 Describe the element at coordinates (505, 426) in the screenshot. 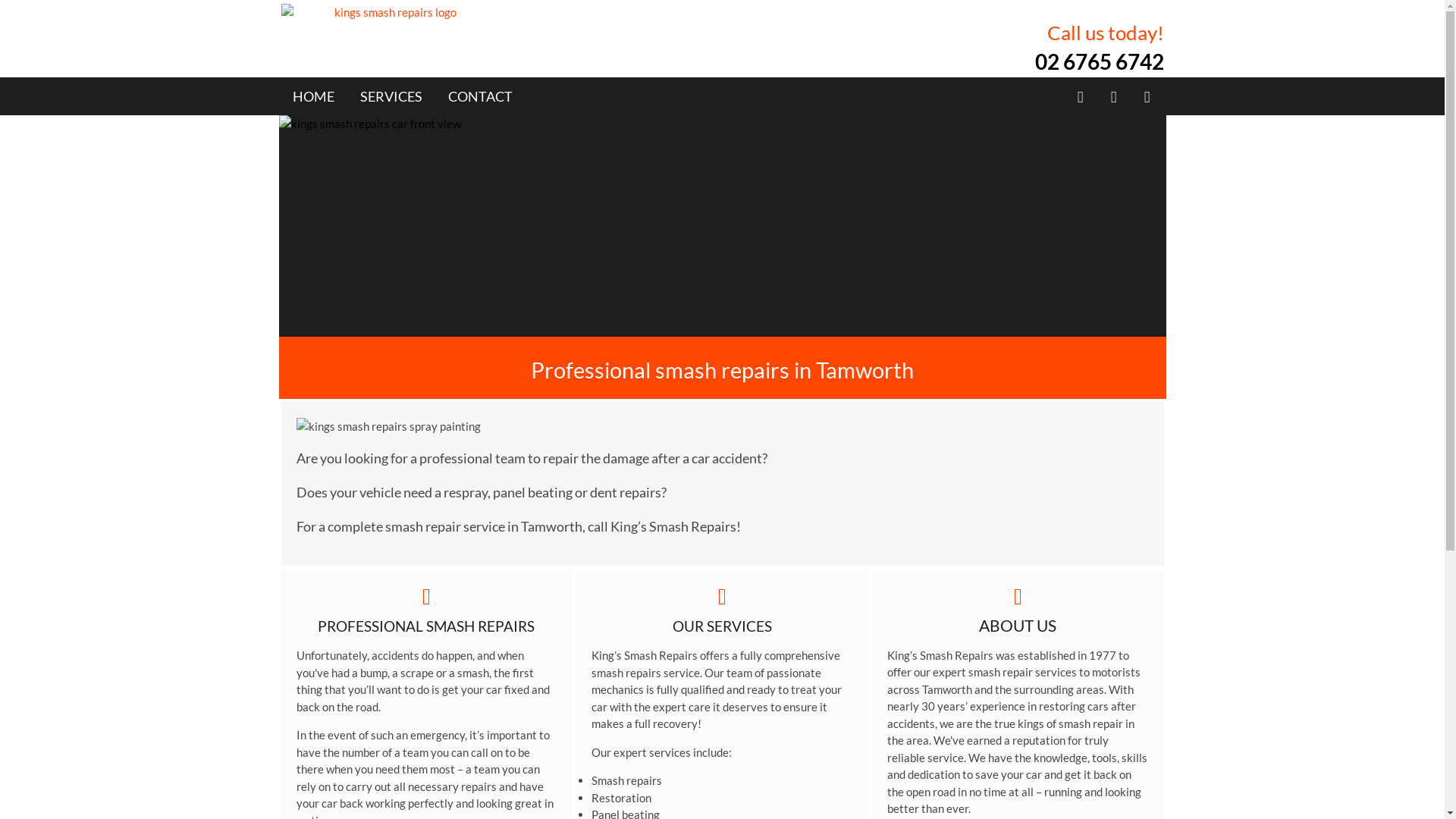

I see `'kings smash repairs spray painting'` at that location.